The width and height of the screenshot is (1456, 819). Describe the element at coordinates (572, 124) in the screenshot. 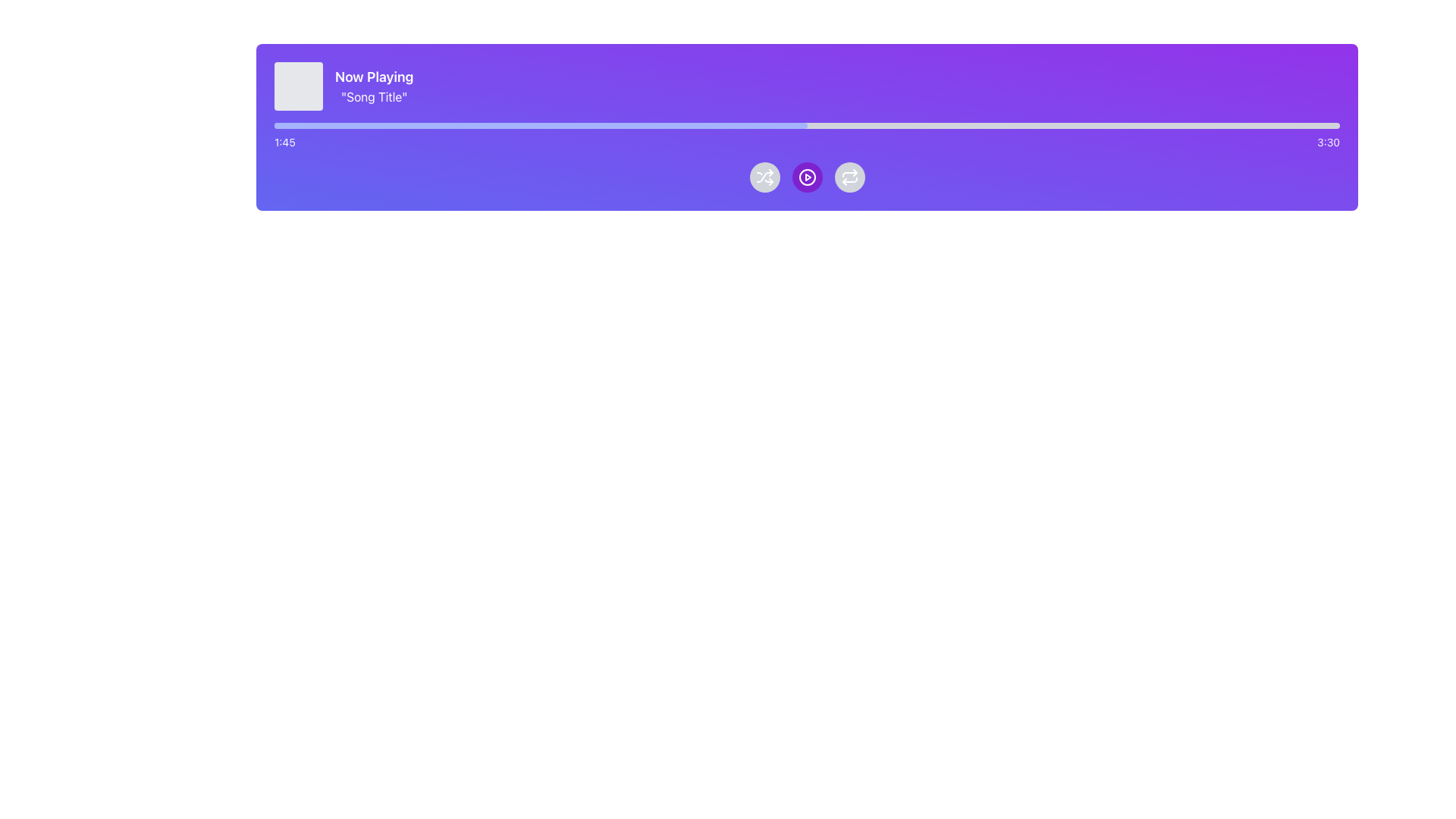

I see `playback progress` at that location.